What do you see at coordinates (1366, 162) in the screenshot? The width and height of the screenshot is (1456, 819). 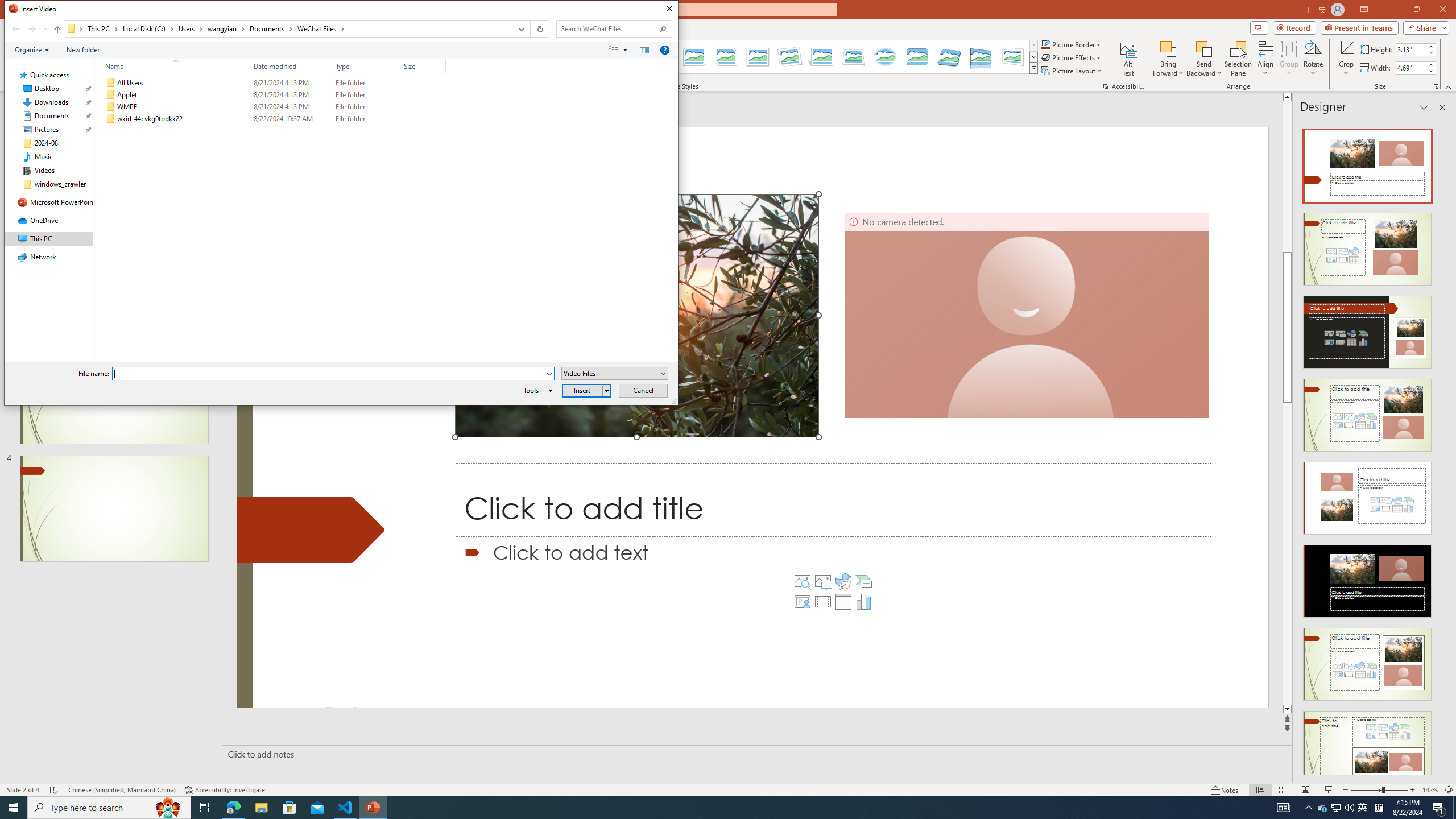 I see `'Recommended Design: Design Idea'` at bounding box center [1366, 162].